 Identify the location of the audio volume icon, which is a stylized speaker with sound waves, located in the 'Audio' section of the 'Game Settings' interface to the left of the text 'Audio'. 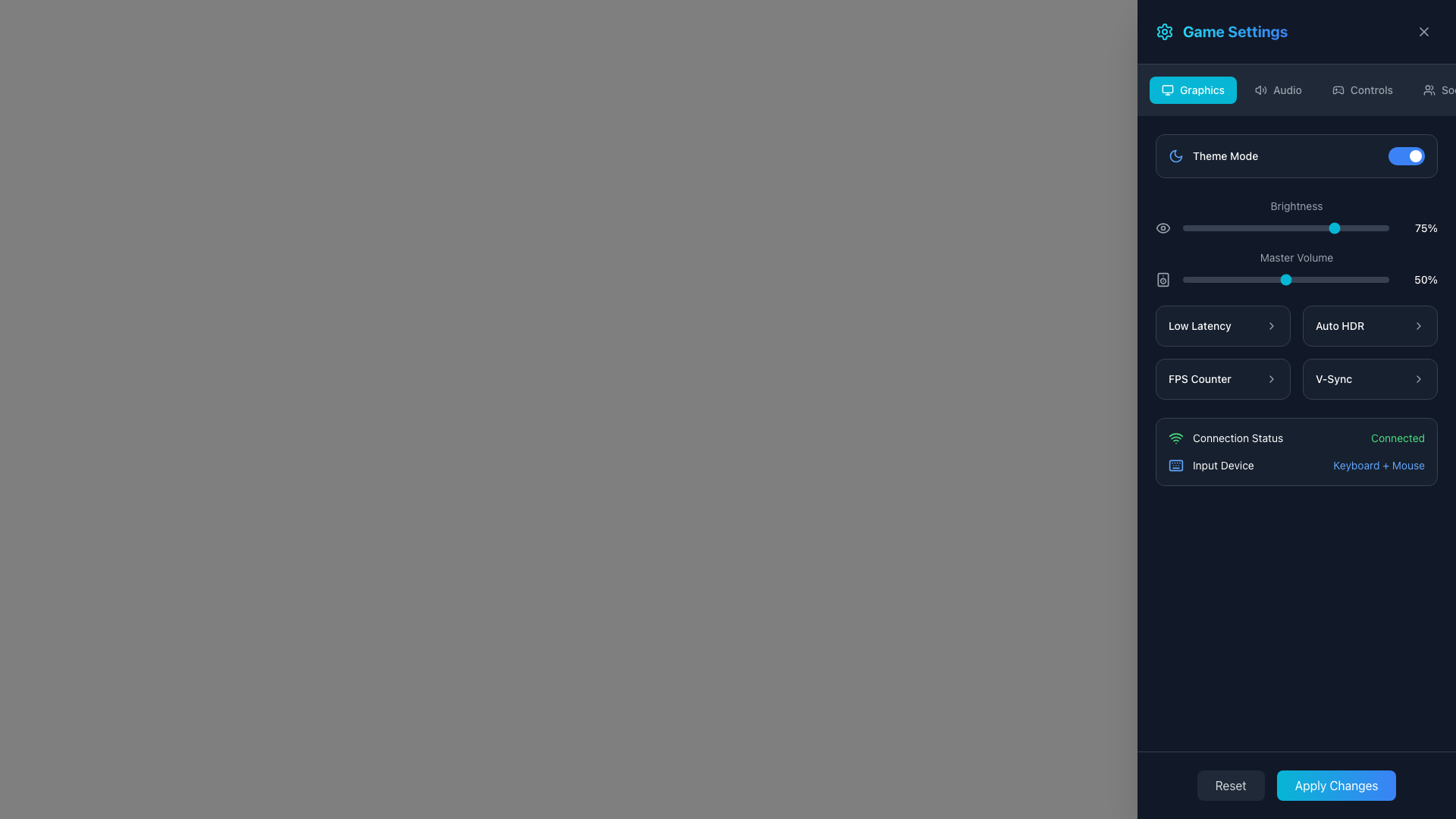
(1261, 90).